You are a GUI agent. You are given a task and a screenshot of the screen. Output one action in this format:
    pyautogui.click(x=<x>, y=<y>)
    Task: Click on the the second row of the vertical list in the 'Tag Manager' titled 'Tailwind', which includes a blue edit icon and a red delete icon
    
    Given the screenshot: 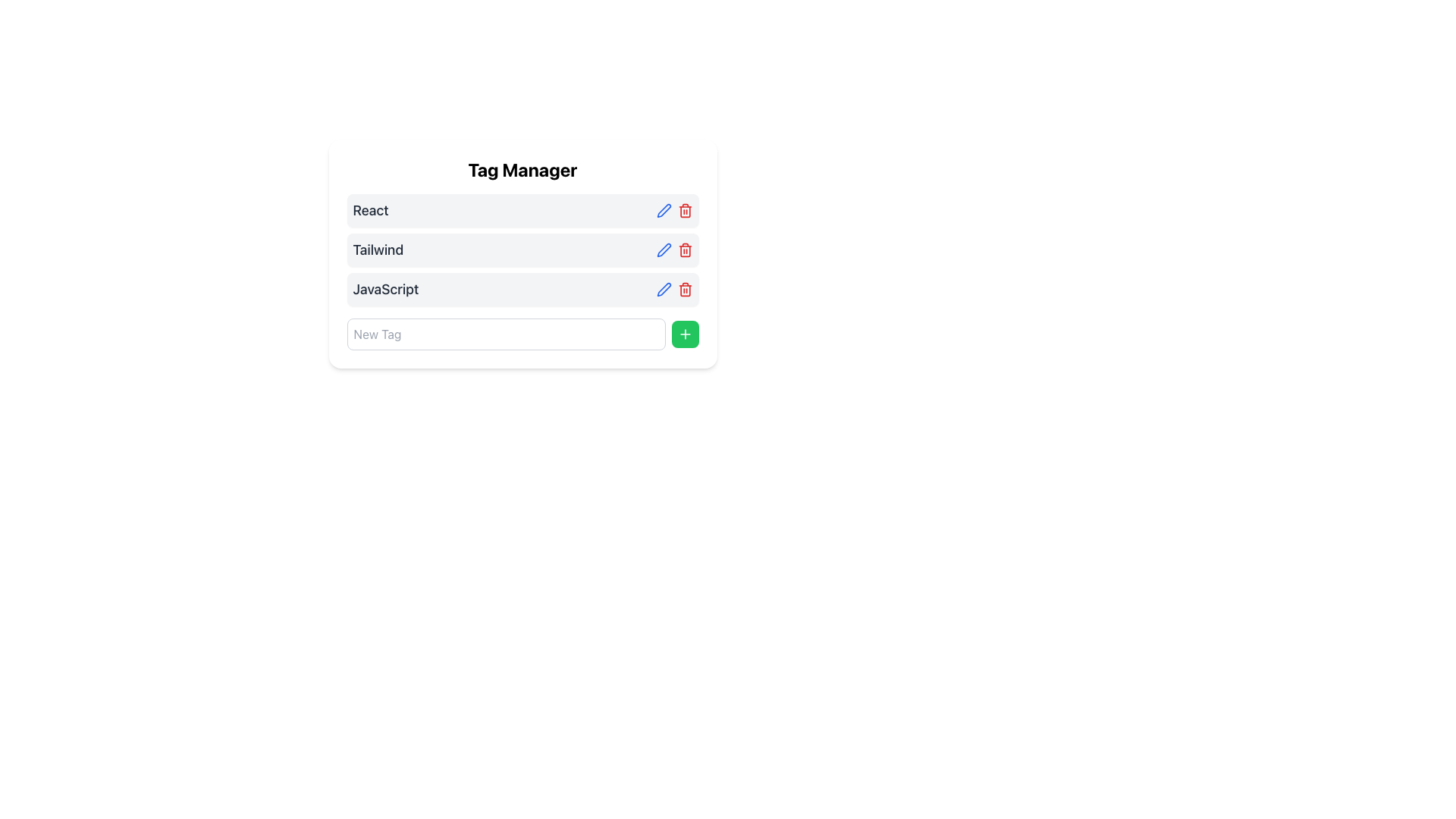 What is the action you would take?
    pyautogui.click(x=522, y=249)
    